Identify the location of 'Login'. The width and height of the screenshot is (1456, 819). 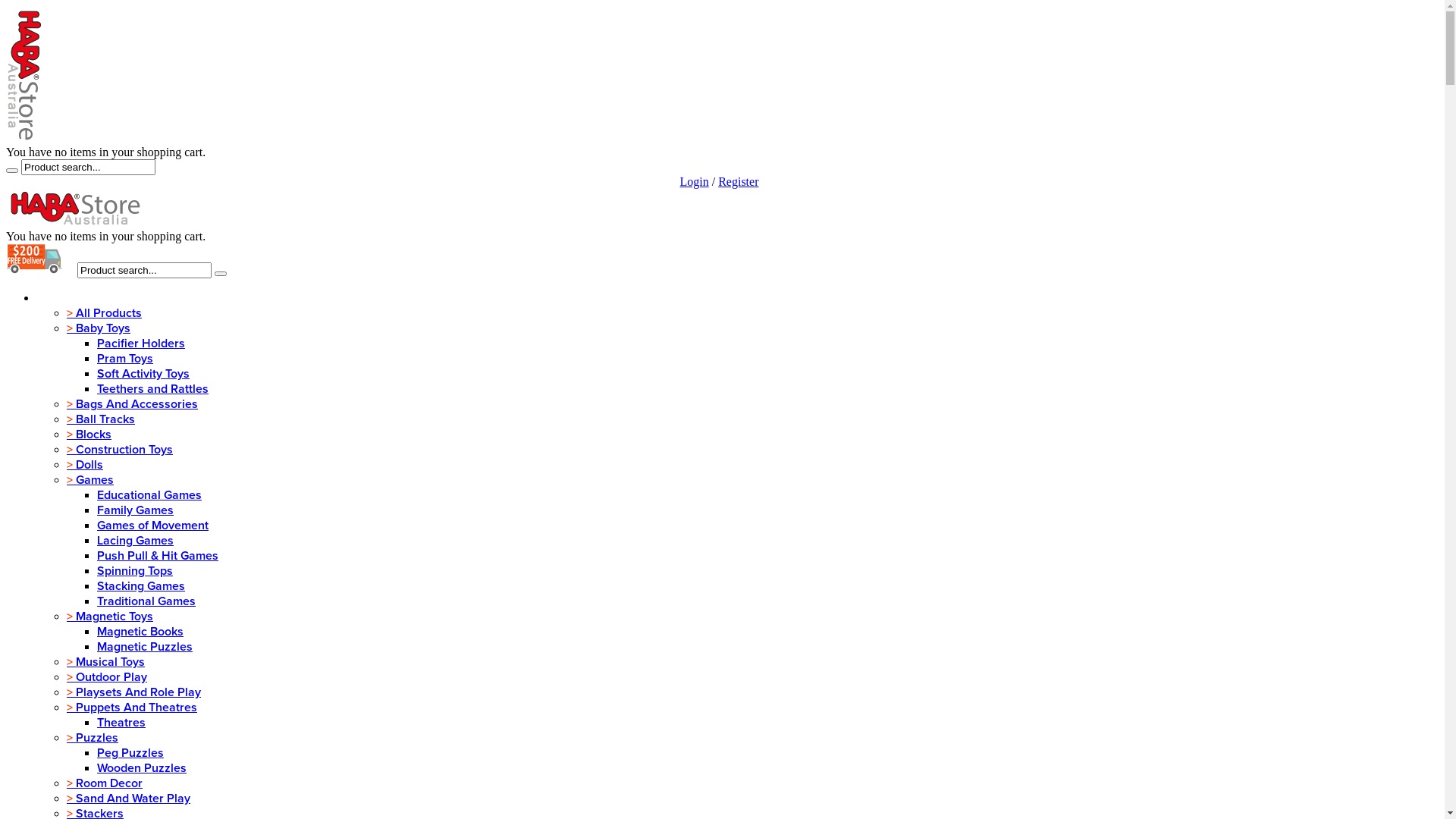
(693, 180).